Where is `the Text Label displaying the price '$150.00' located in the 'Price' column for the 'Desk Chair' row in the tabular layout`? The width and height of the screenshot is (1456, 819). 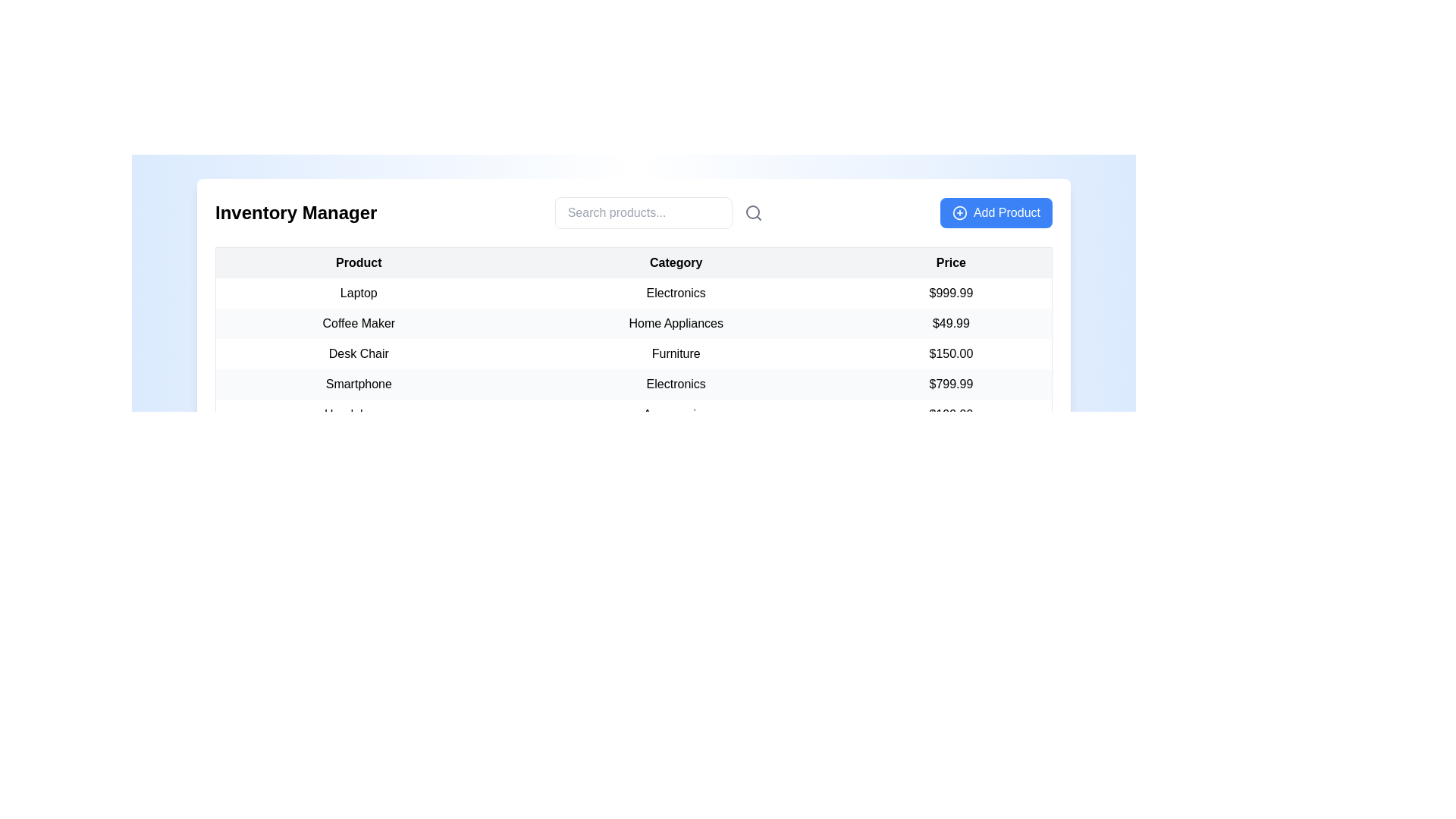
the Text Label displaying the price '$150.00' located in the 'Price' column for the 'Desk Chair' row in the tabular layout is located at coordinates (950, 353).